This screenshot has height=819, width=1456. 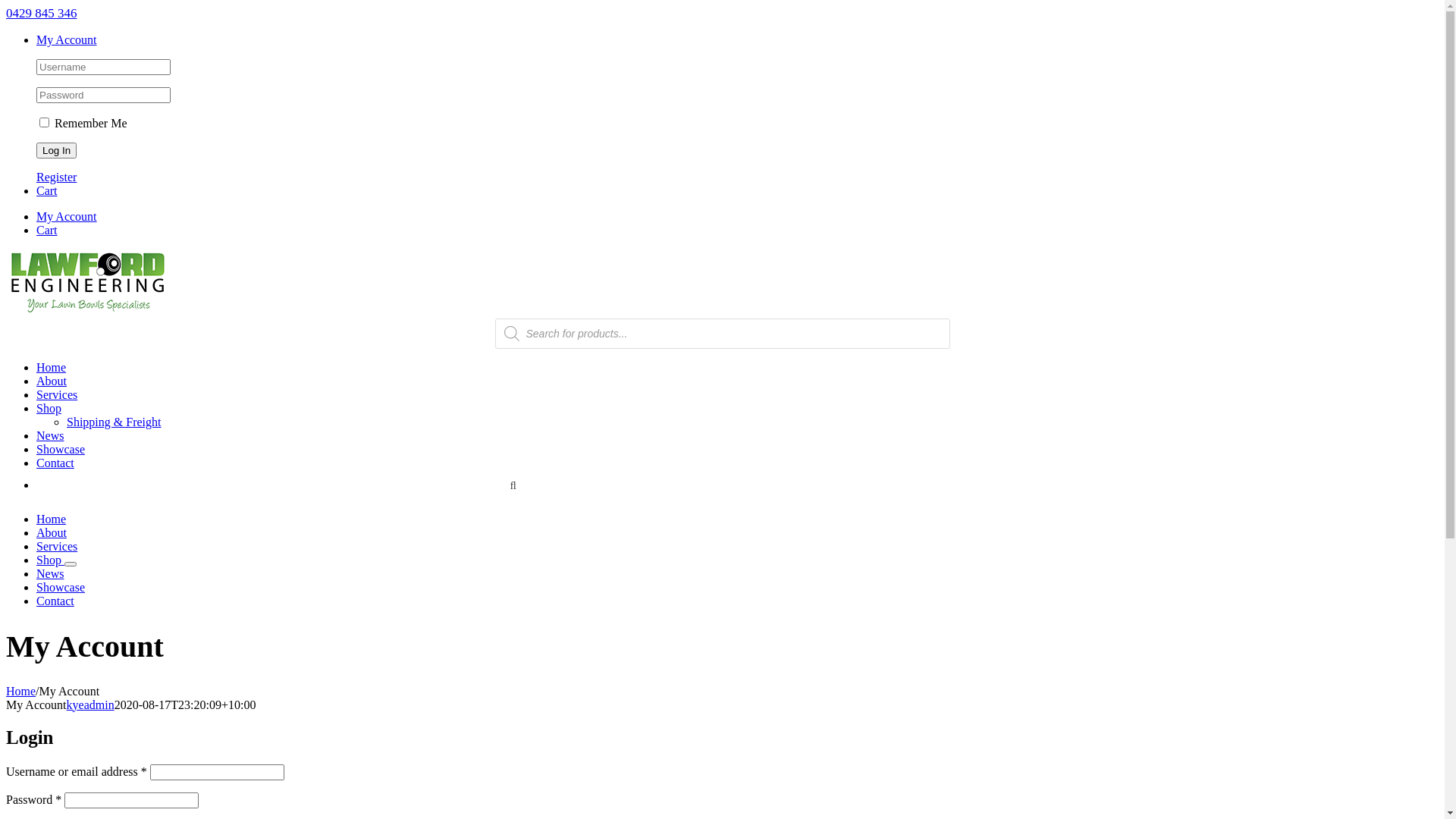 I want to click on 'About', so click(x=51, y=532).